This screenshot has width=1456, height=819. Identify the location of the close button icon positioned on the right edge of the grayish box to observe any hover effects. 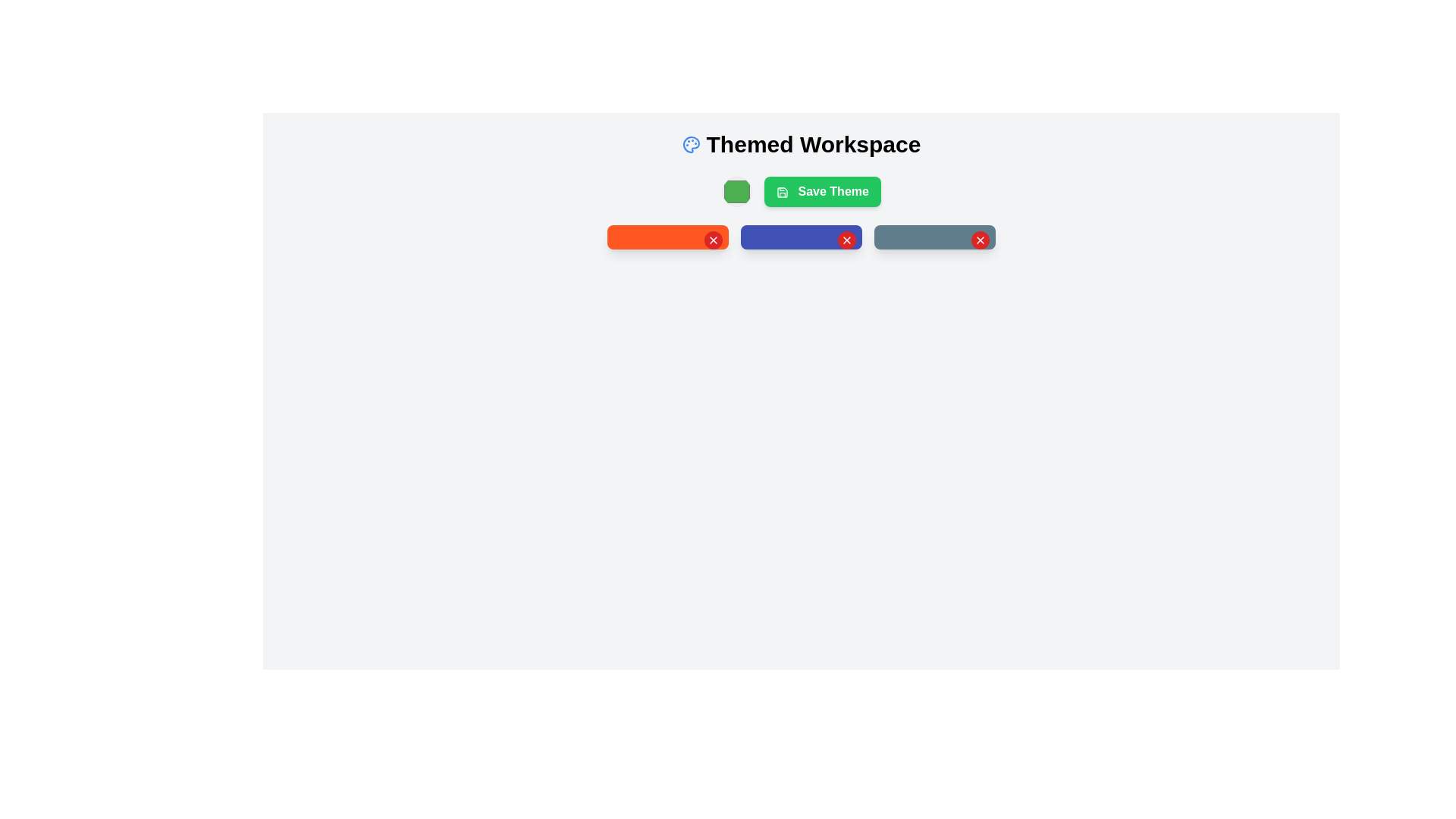
(980, 239).